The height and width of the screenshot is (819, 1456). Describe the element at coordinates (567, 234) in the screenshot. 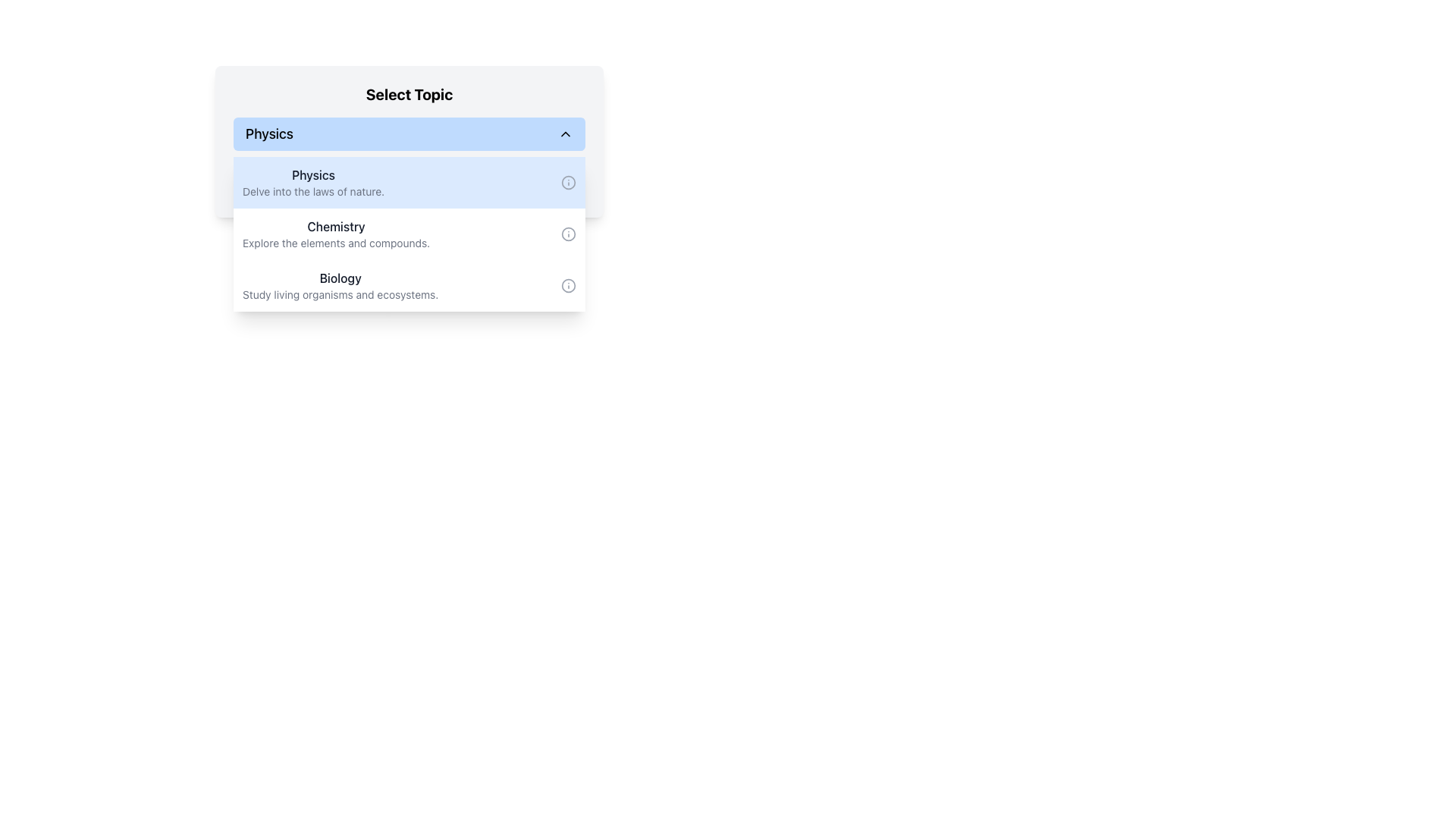

I see `the circular SVG graphical element associated with the 'Chemistry' entry in the dropdown menu interface` at that location.